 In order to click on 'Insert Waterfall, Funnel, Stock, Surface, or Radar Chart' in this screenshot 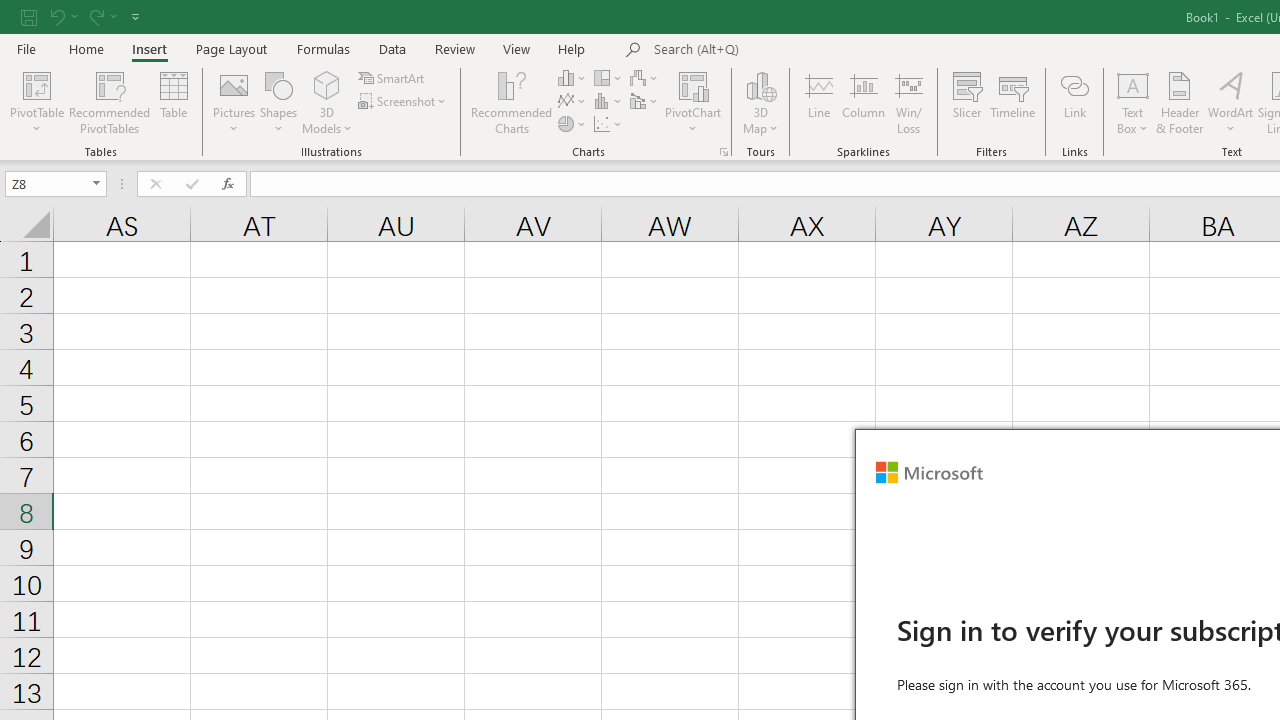, I will do `click(645, 77)`.